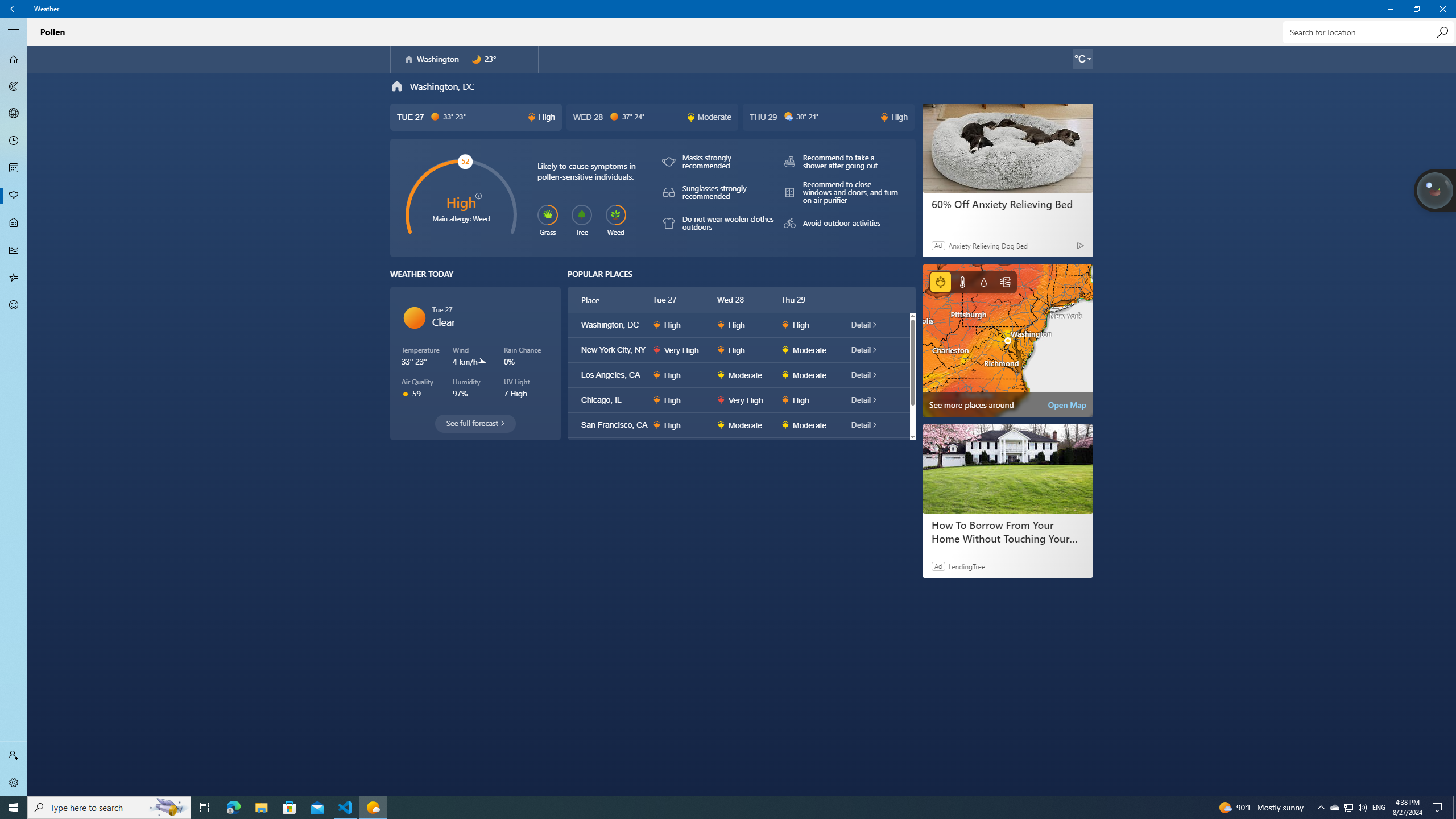 The image size is (1456, 819). What do you see at coordinates (14, 249) in the screenshot?
I see `'Historical Weather - Not Selected'` at bounding box center [14, 249].